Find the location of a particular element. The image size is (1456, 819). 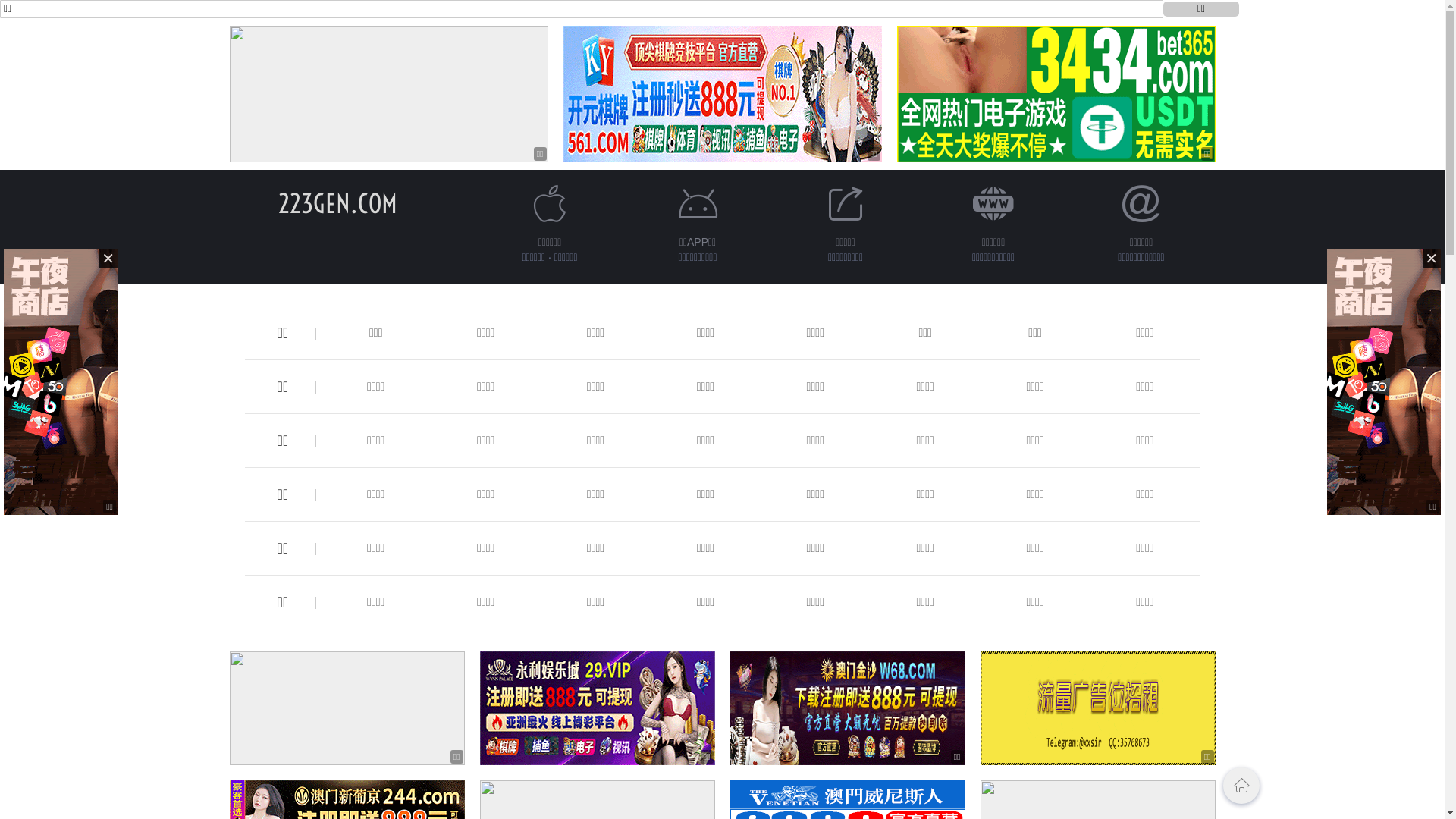

'223GEN.COM' is located at coordinates (337, 202).